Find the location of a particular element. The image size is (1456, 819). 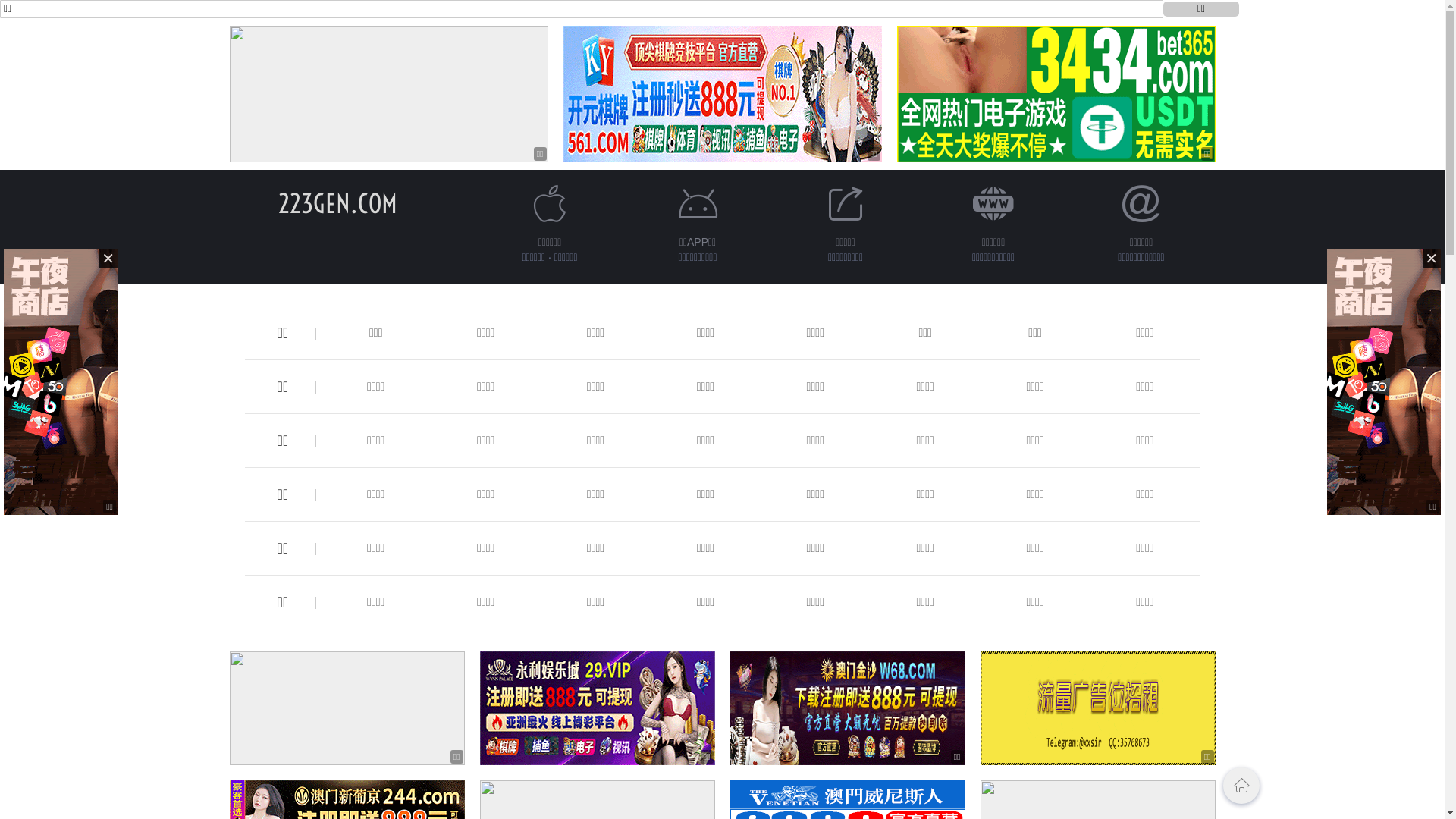

'223GEN.COM' is located at coordinates (337, 202).